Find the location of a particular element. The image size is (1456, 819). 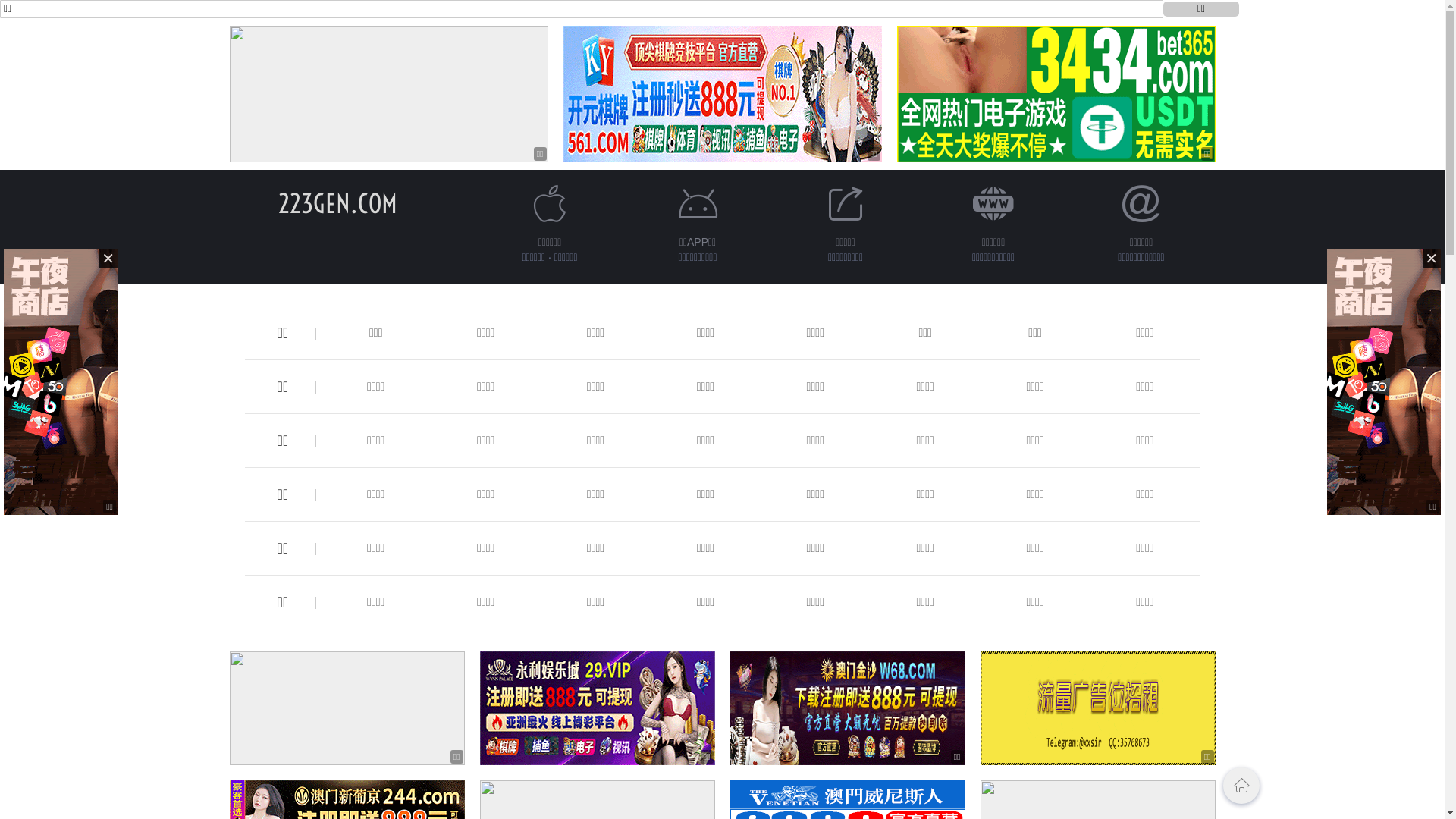

'223GEN.COM' is located at coordinates (337, 202).